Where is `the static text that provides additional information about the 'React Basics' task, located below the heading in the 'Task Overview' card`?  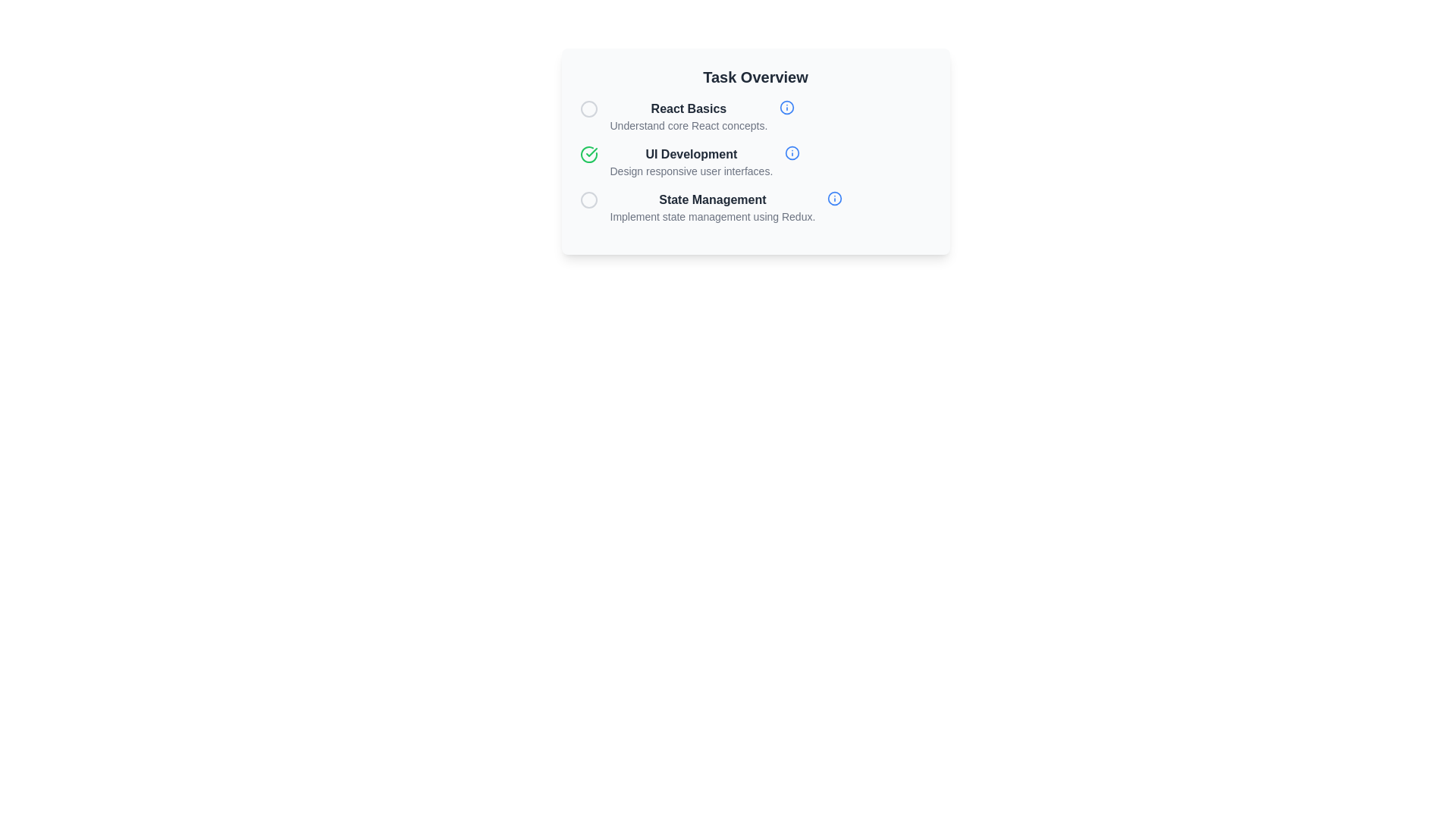
the static text that provides additional information about the 'React Basics' task, located below the heading in the 'Task Overview' card is located at coordinates (688, 124).